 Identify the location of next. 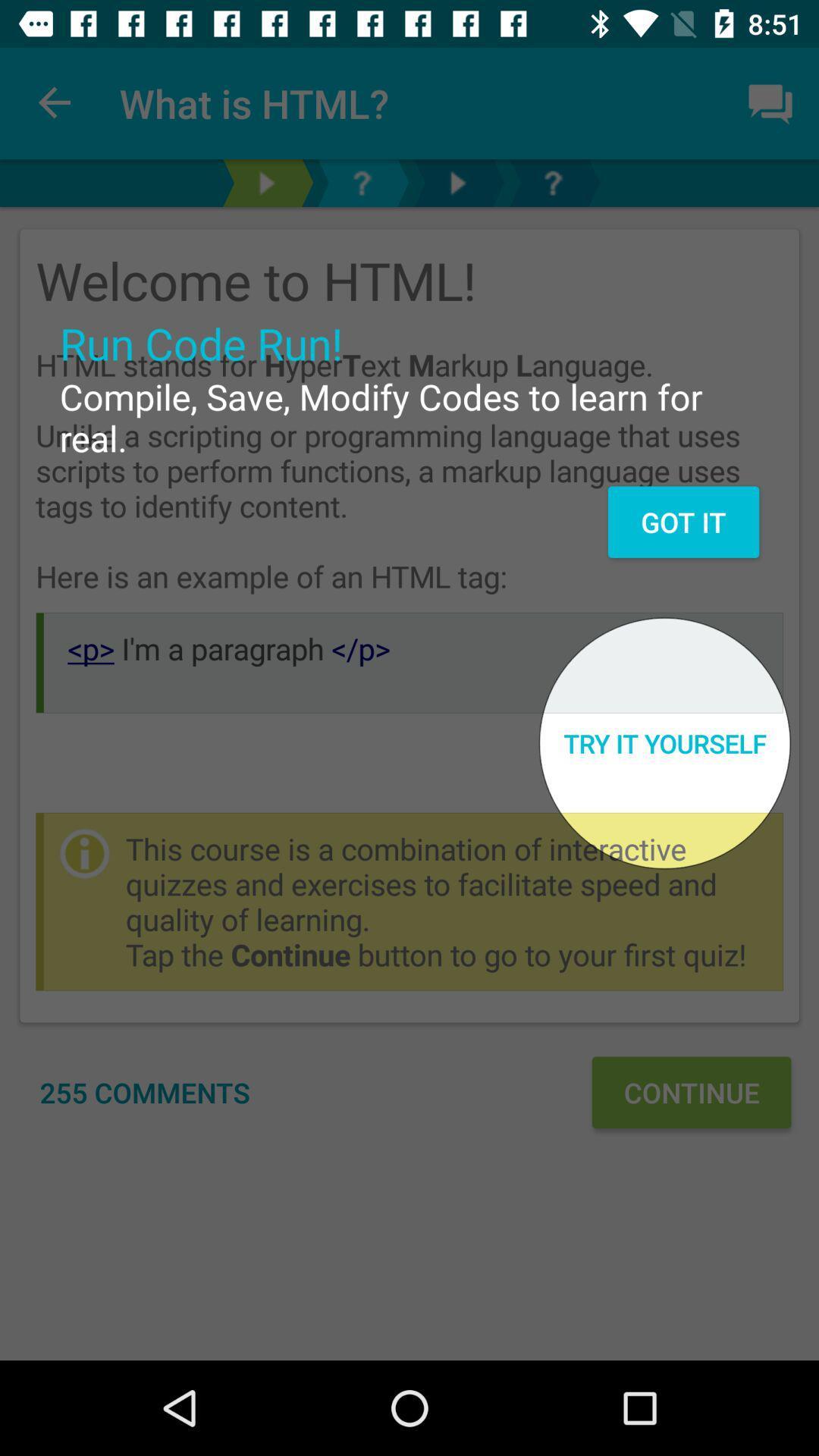
(456, 182).